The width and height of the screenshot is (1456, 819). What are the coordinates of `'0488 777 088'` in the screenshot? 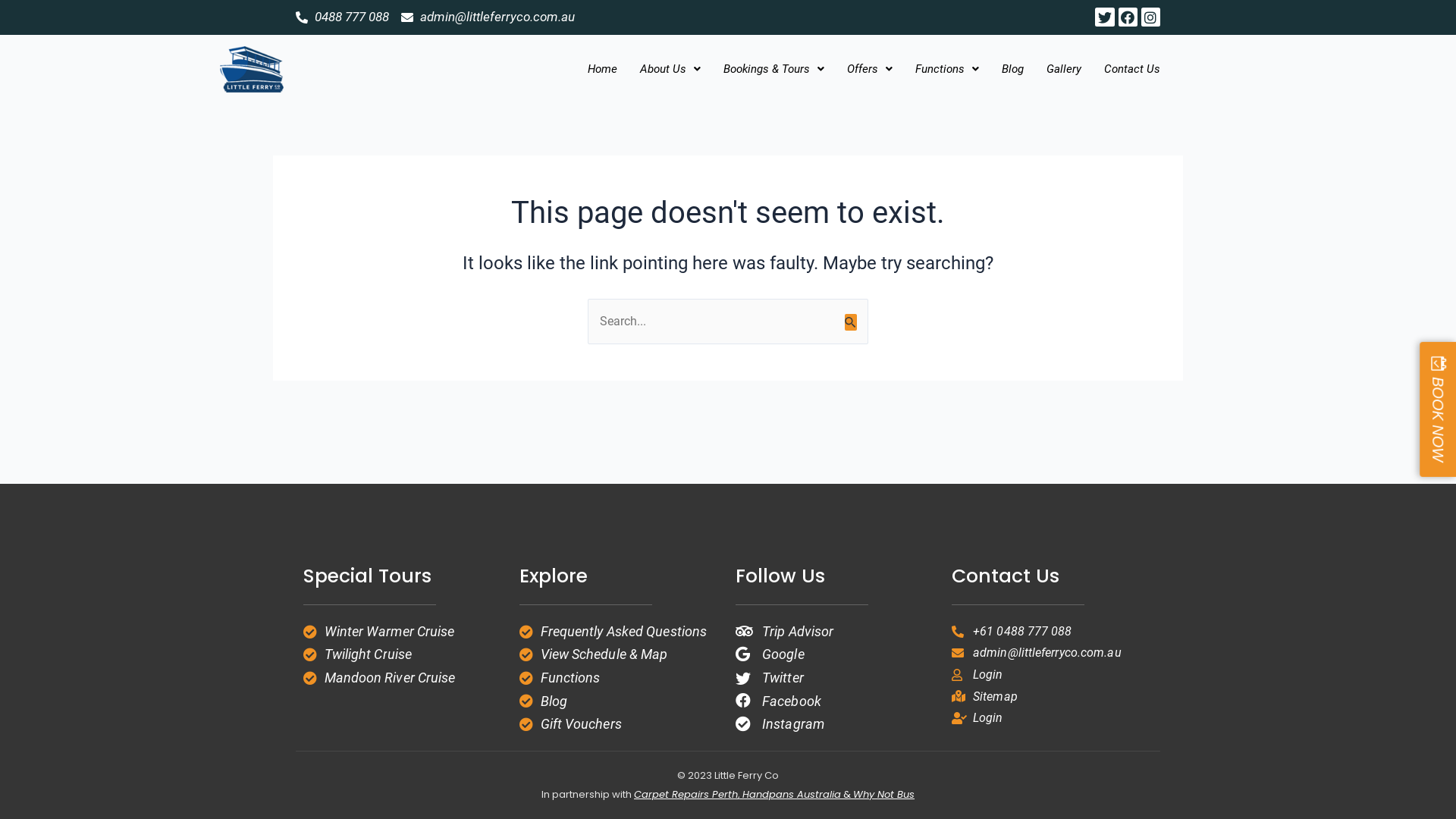 It's located at (341, 17).